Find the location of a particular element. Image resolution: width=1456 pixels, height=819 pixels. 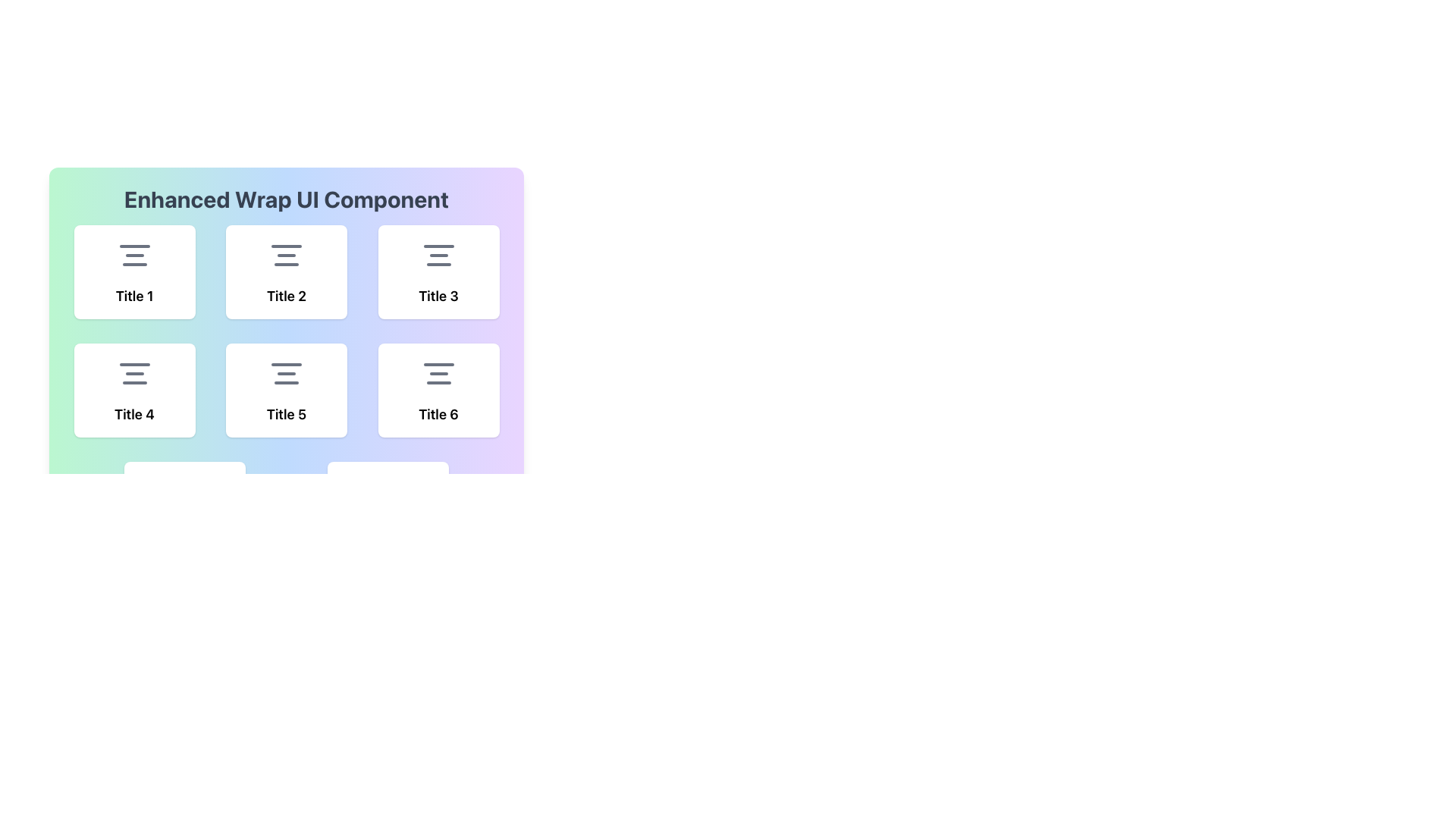

the vertically-aligned, center-justified icon with three parallel horizontal lines in a monochrome grey style, located within the first card of a 3x2 grid layout above the text 'Title 1' is located at coordinates (134, 254).